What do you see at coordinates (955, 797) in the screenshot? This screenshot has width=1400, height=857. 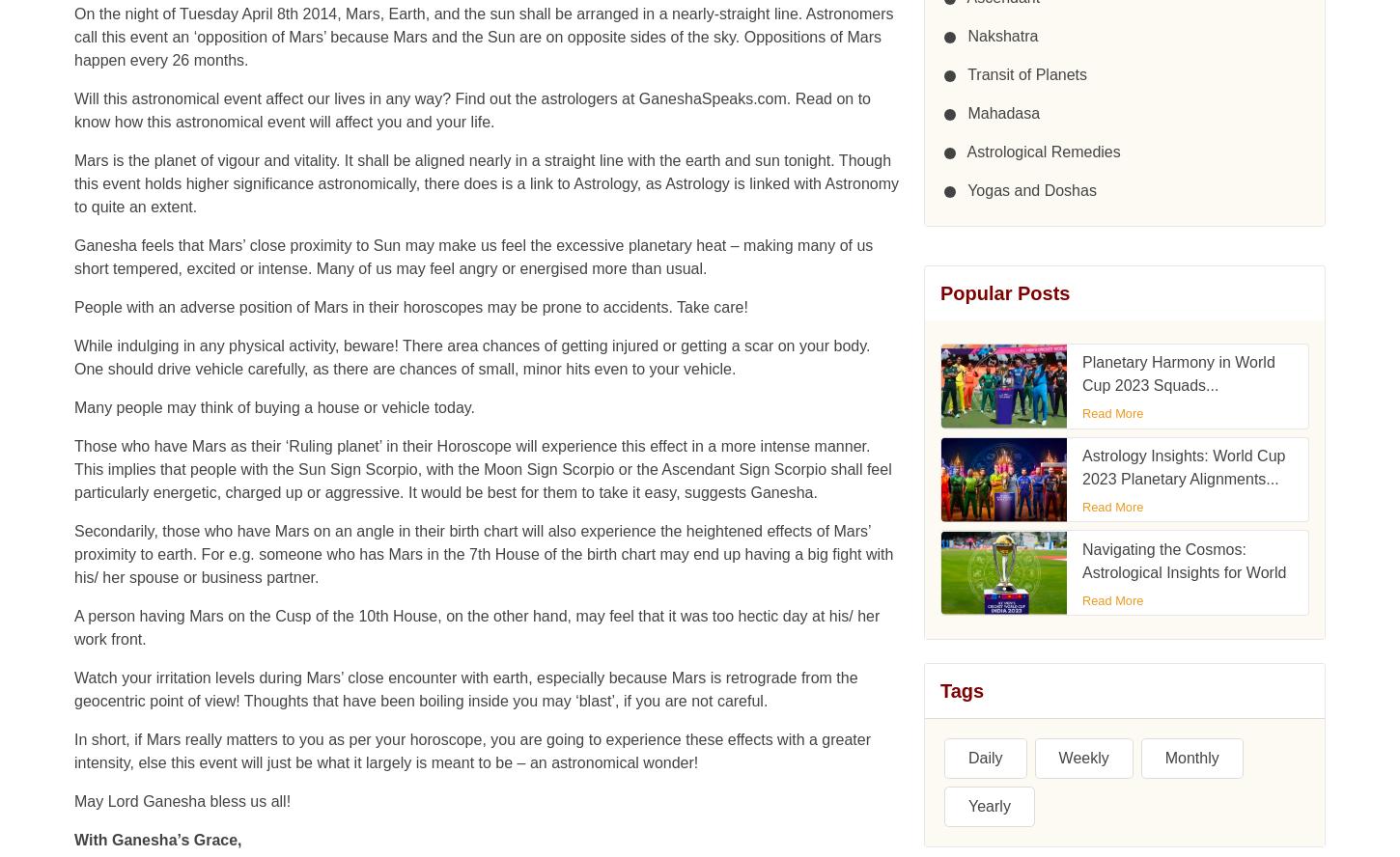 I see `'Indiatimes'` at bounding box center [955, 797].